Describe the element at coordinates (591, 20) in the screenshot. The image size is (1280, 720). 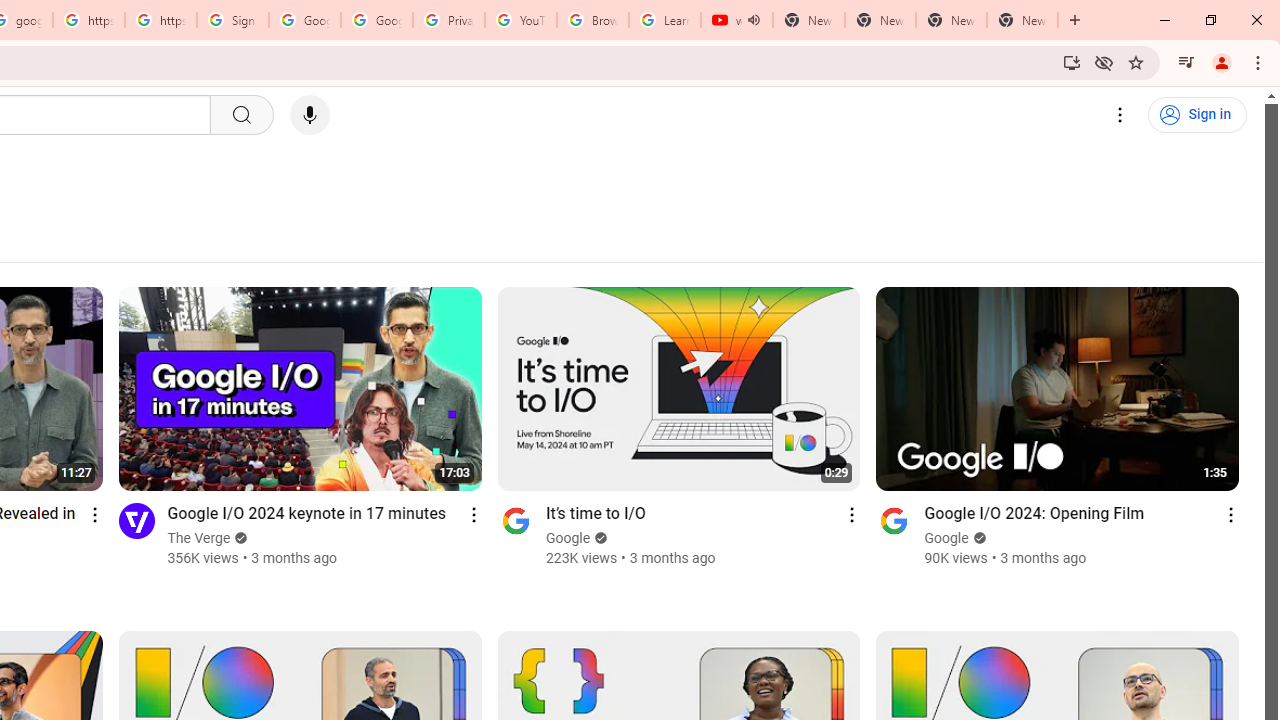
I see `'Browse Chrome as a guest - Computer - Google Chrome Help'` at that location.